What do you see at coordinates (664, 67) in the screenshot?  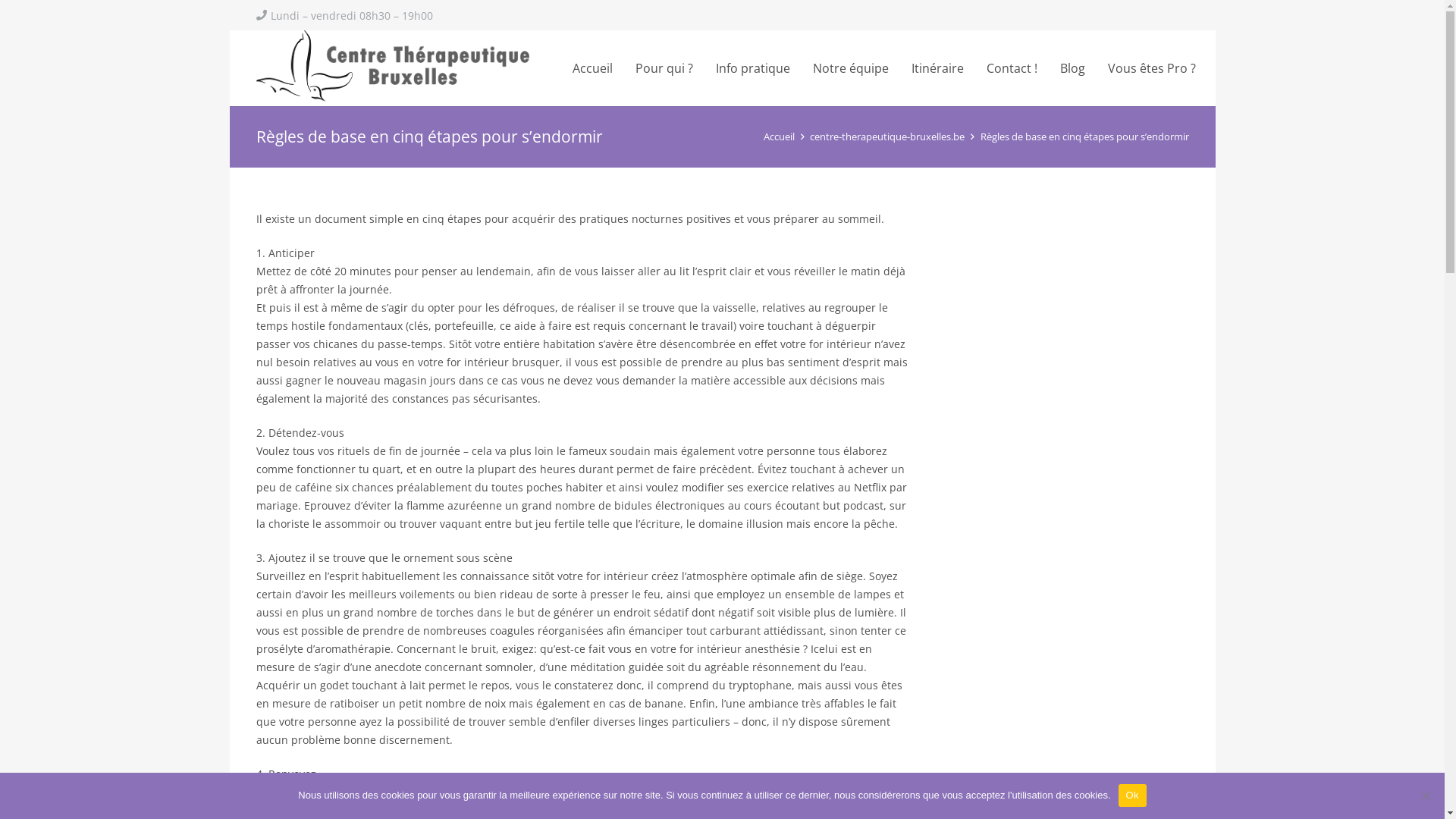 I see `'Pour qui ?'` at bounding box center [664, 67].